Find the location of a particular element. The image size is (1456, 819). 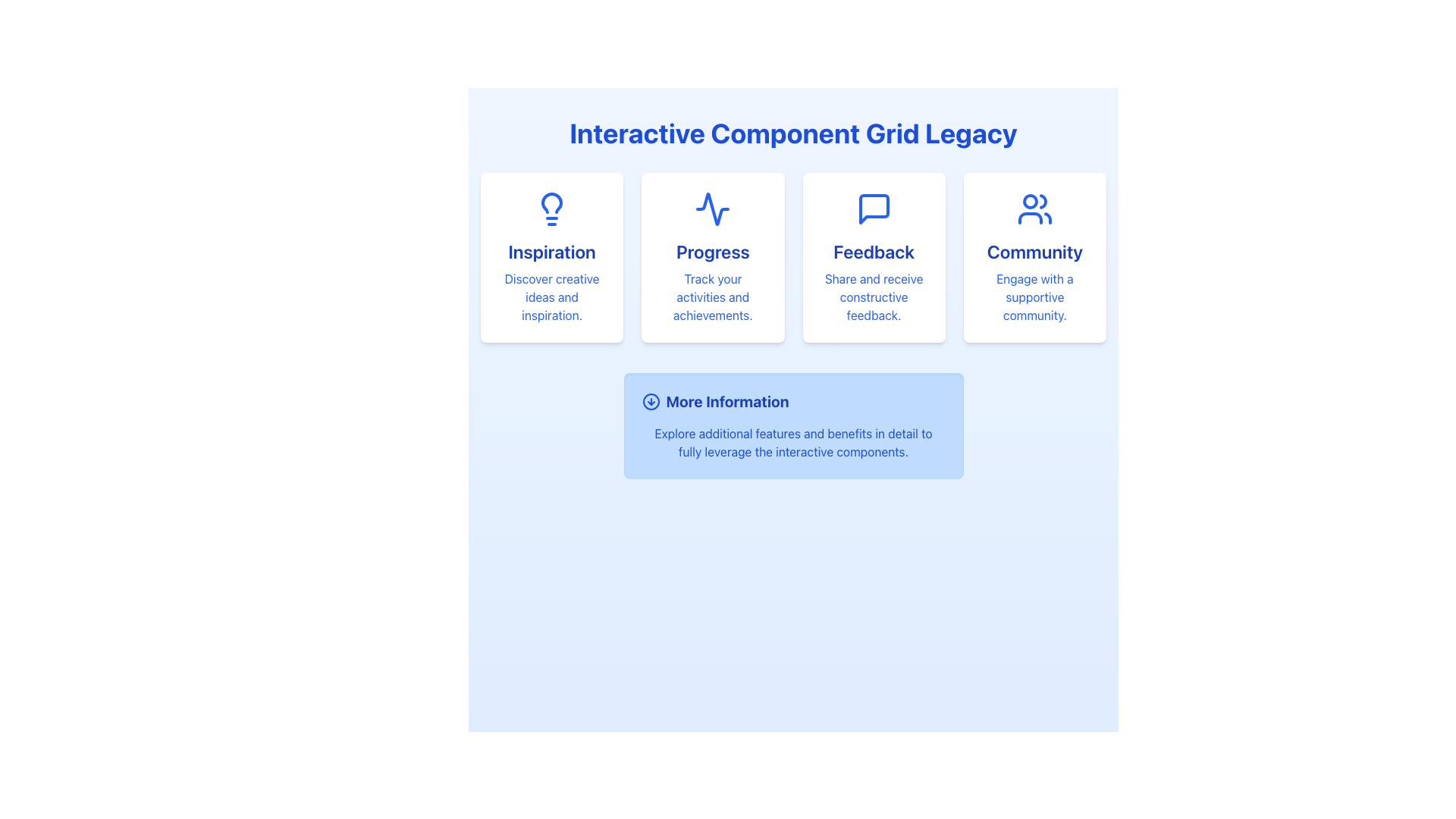

information displayed on the 'Feedback' Information card, which is the third card in a row of four cards in the grid layout is located at coordinates (874, 256).